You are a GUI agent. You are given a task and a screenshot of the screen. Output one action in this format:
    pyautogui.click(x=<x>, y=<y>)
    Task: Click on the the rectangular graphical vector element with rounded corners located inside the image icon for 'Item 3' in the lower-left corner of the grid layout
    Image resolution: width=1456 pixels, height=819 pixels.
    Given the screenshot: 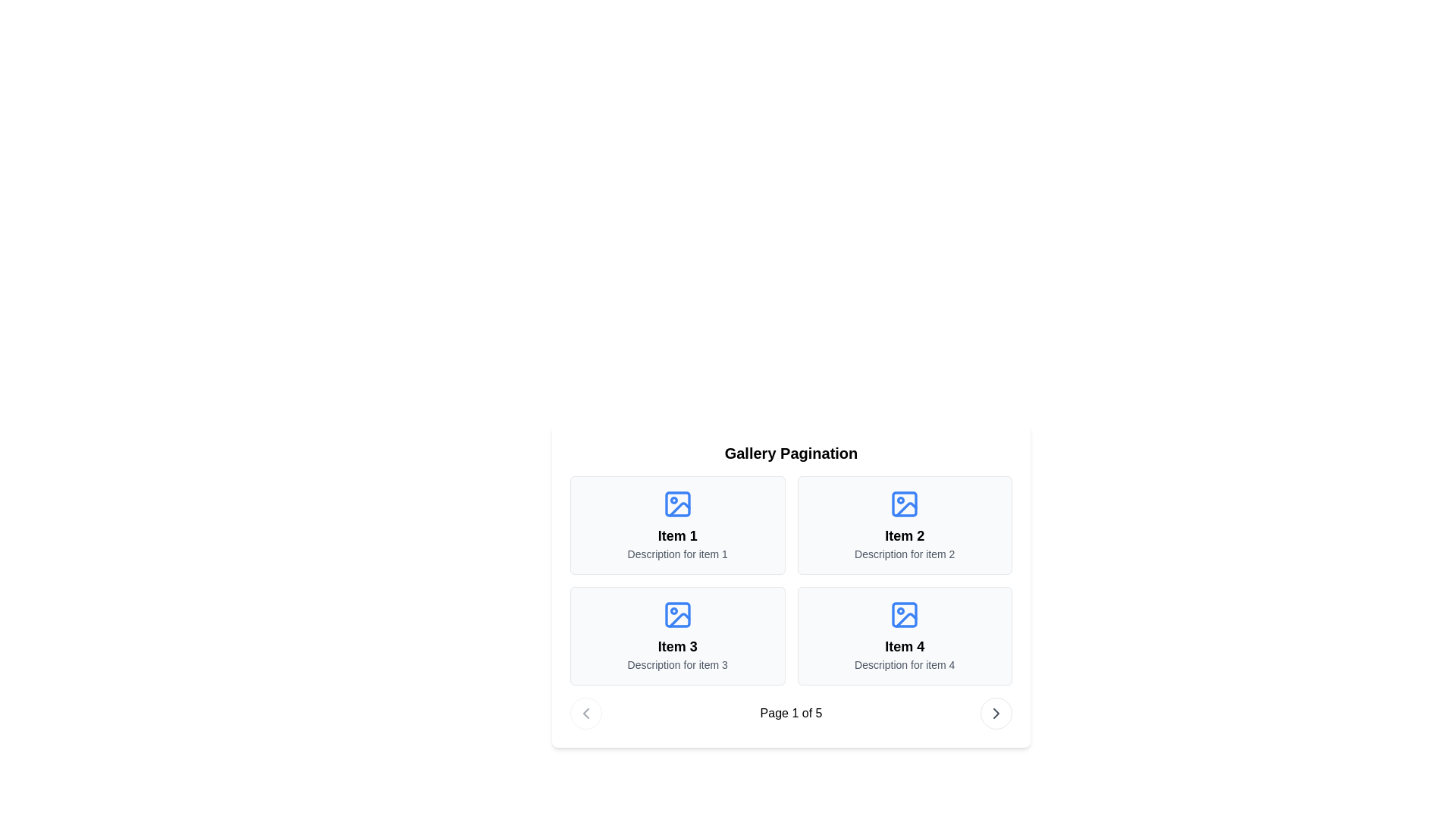 What is the action you would take?
    pyautogui.click(x=676, y=614)
    